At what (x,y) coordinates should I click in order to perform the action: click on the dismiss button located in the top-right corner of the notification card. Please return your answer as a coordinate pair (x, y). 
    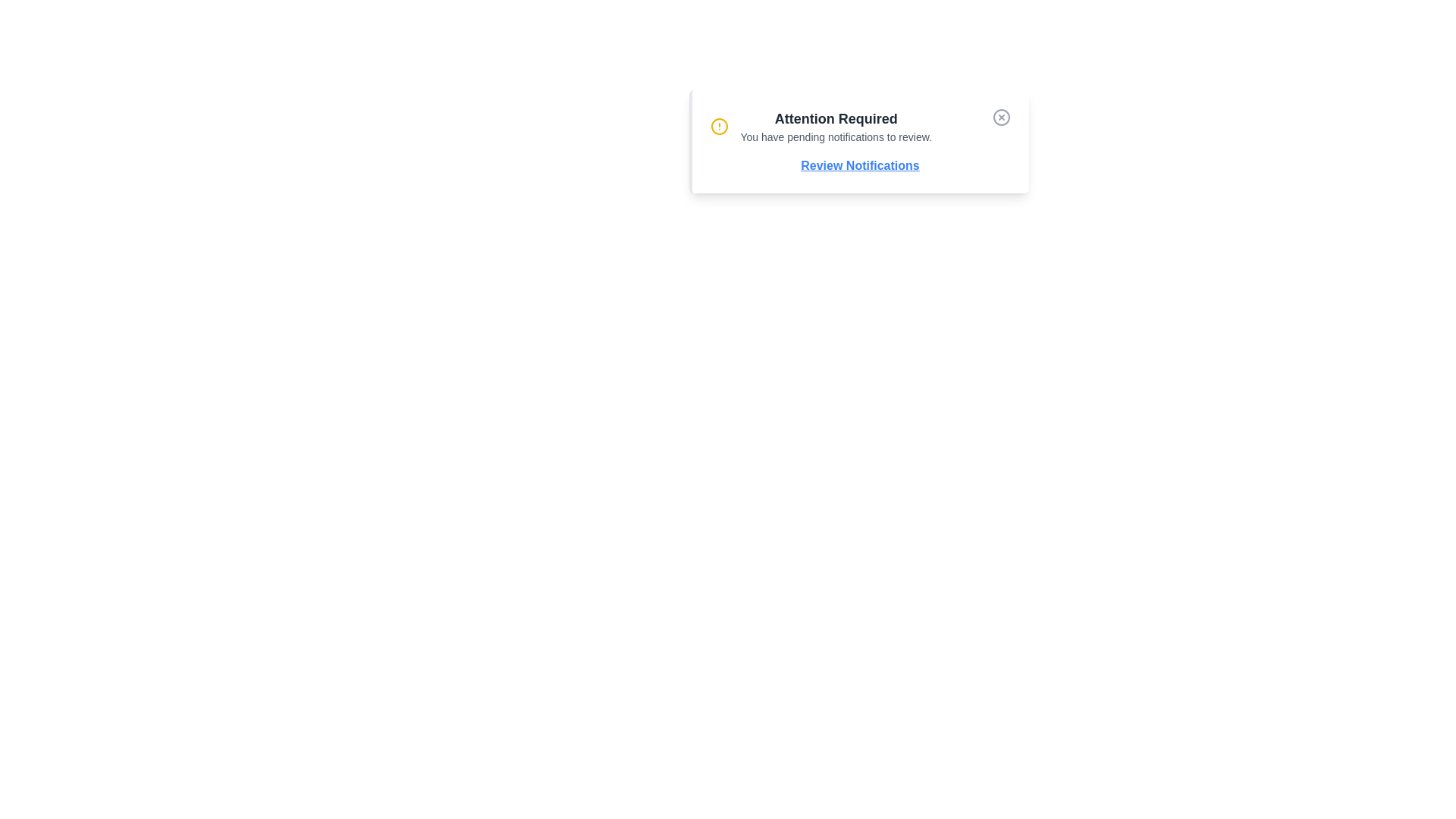
    Looking at the image, I should click on (1001, 116).